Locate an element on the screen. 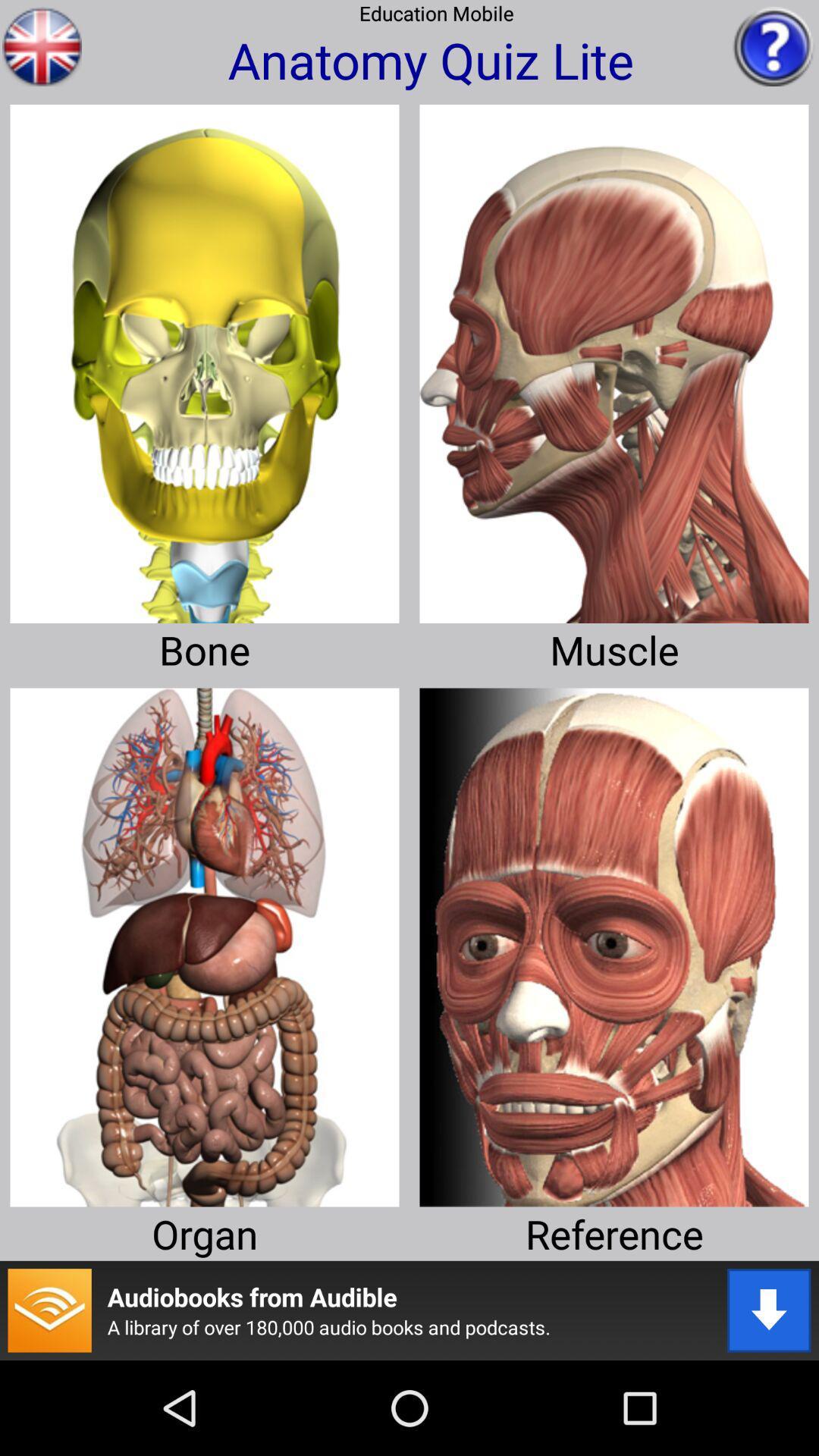 This screenshot has width=819, height=1456. learn about muscle is located at coordinates (614, 357).